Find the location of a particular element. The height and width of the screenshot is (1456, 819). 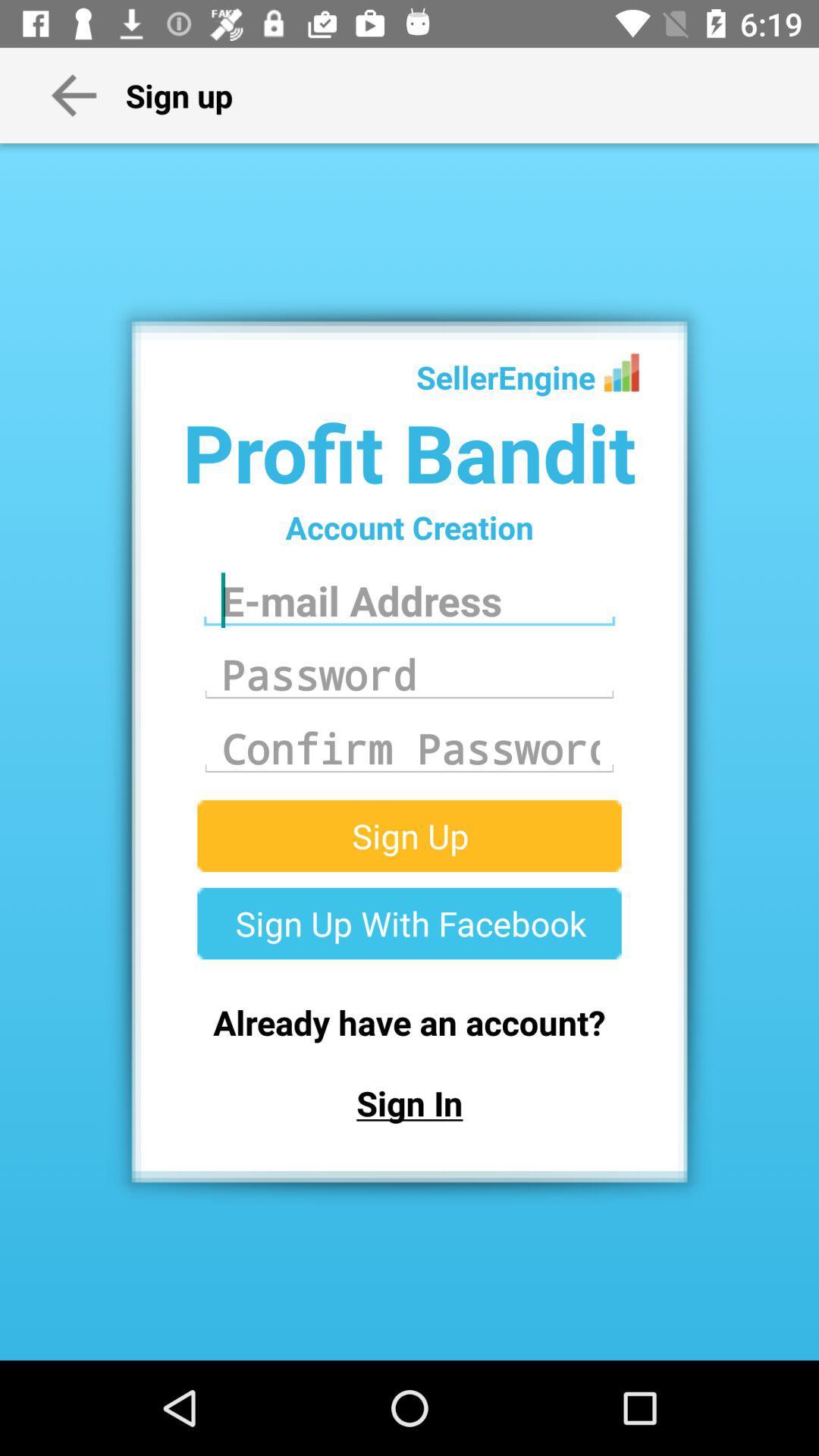

the icon to the left of sign up icon is located at coordinates (74, 94).